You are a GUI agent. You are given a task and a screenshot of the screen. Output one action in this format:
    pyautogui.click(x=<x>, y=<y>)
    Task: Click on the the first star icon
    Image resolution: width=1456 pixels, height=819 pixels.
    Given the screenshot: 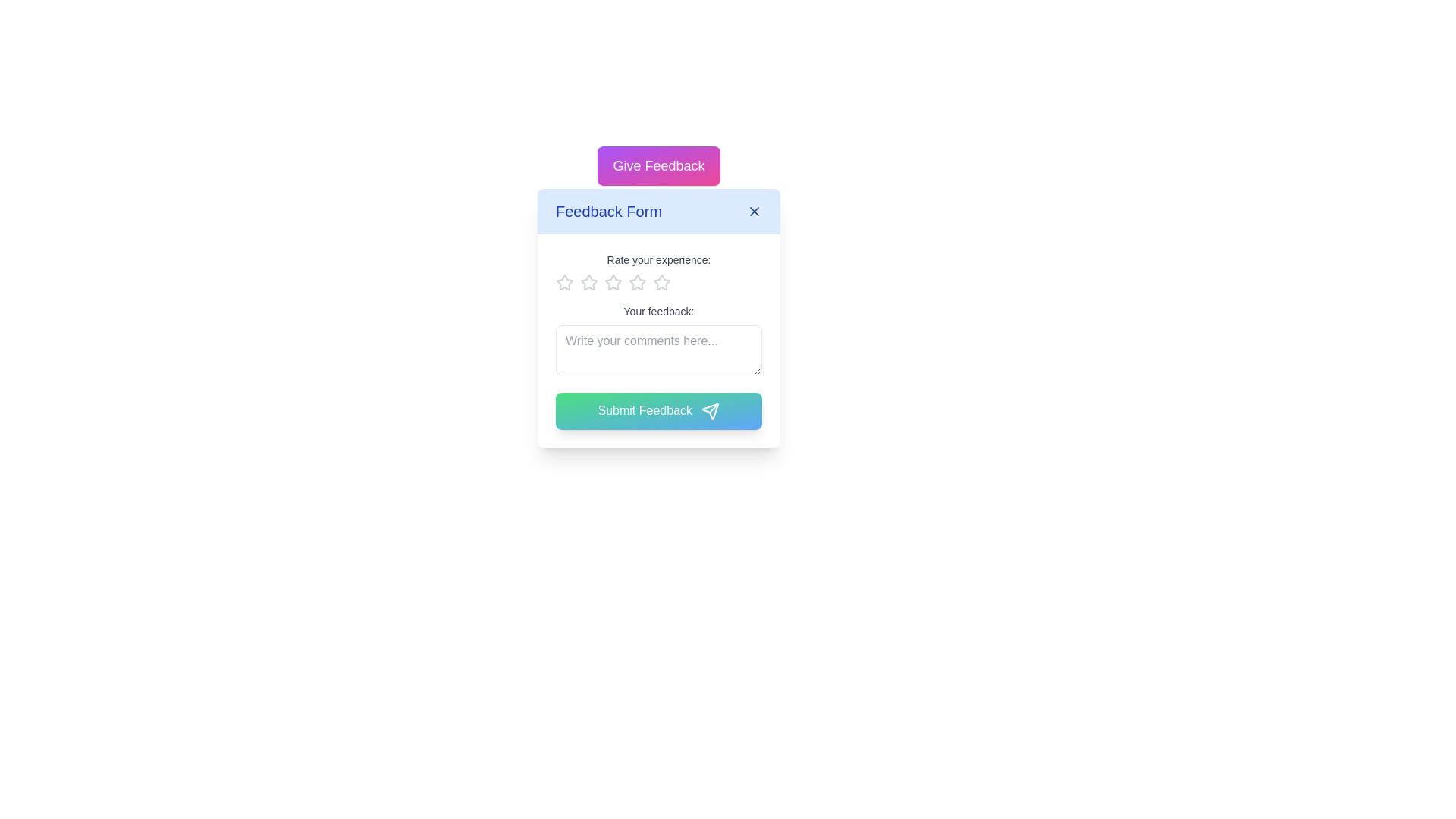 What is the action you would take?
    pyautogui.click(x=588, y=282)
    